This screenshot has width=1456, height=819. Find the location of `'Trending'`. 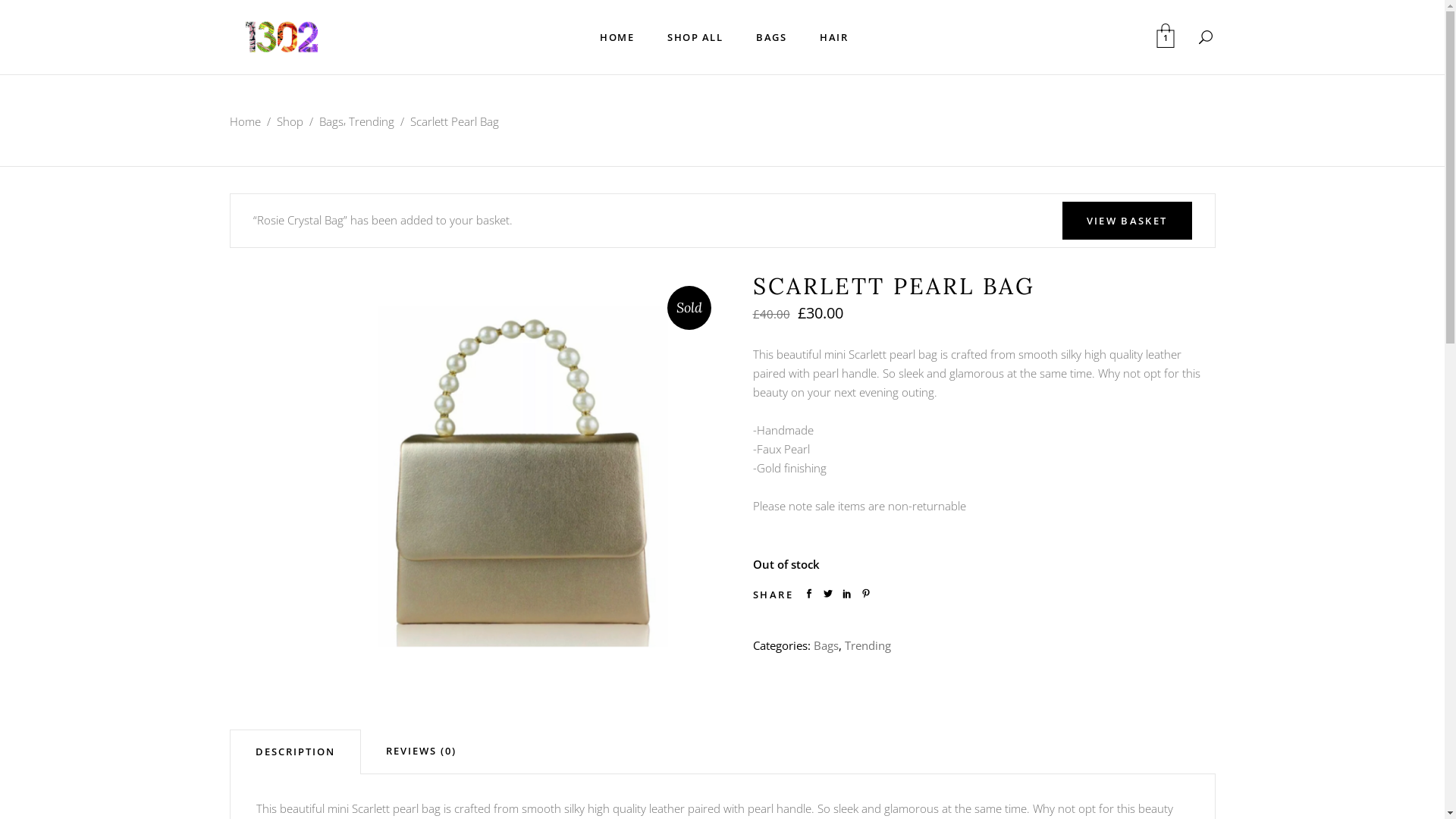

'Trending' is located at coordinates (843, 645).